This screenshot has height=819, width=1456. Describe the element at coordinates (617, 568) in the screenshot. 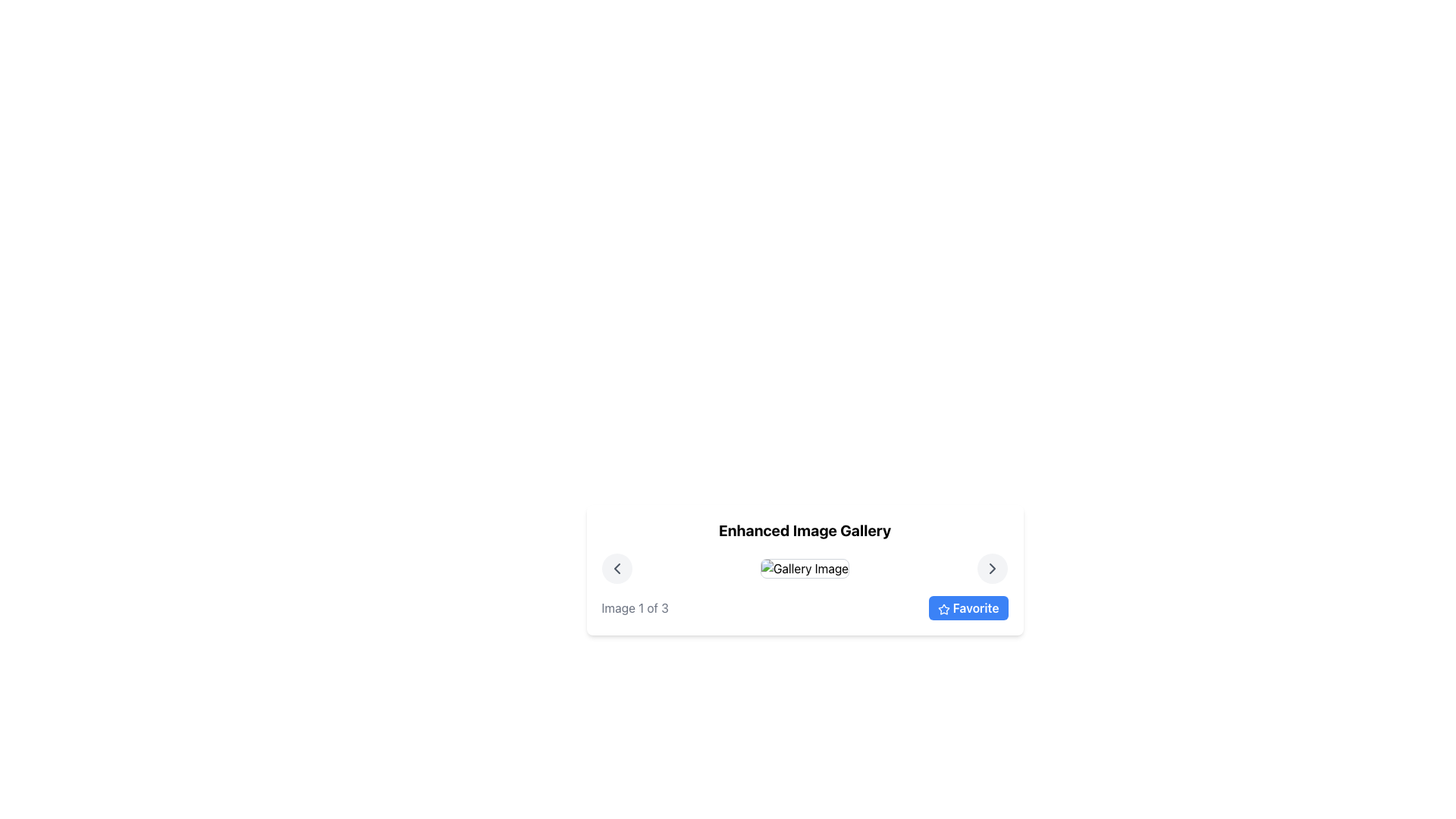

I see `the left-facing chevron button, which is styled with a dark color and located within a circular light-gray background` at that location.